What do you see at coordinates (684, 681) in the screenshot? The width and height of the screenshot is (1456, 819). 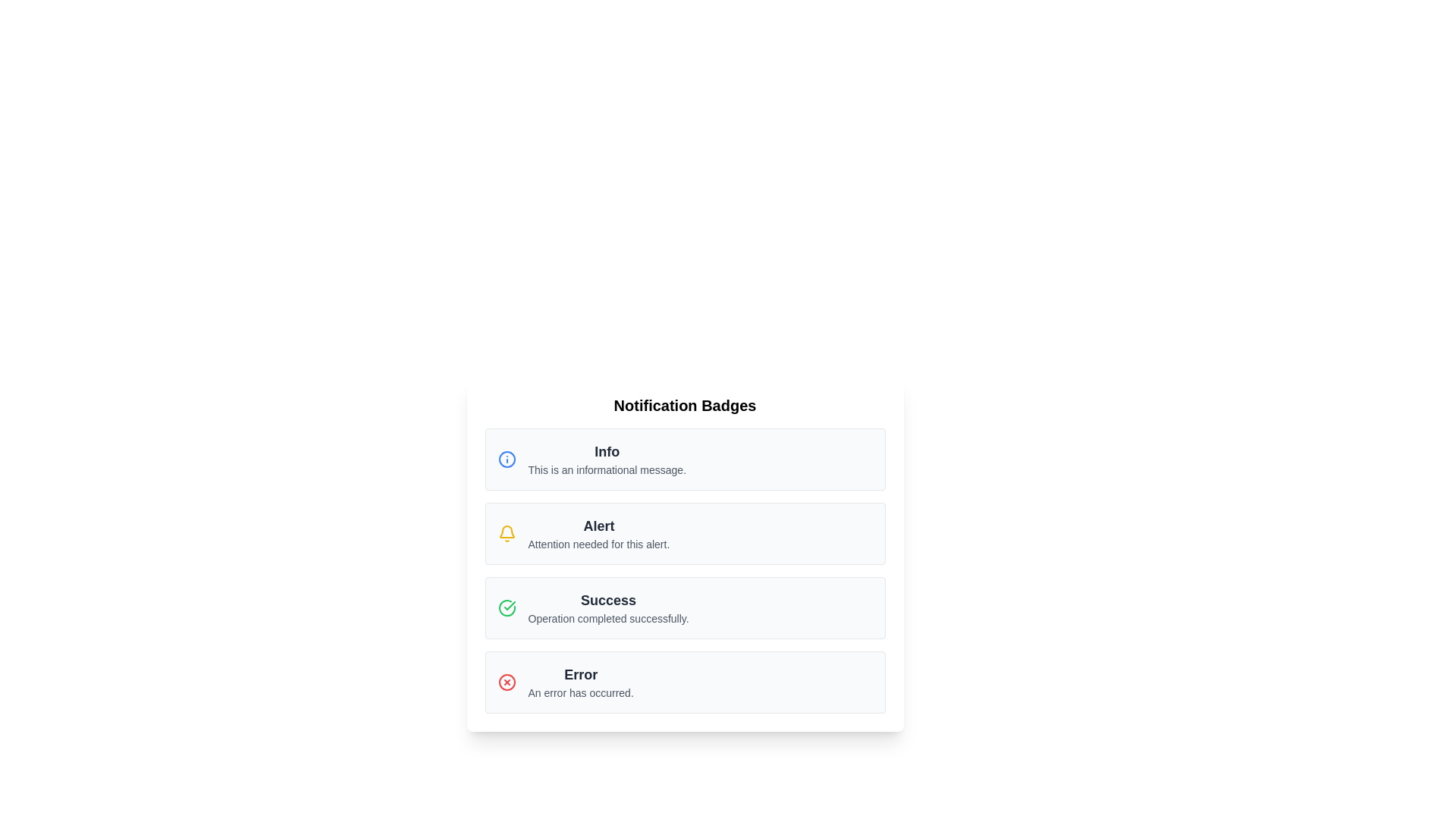 I see `the error notification card, which is the fourth card in a vertically arranged group of notification cards, positioned beneath the 'Info,' 'Alert,' and 'Success' cards` at bounding box center [684, 681].